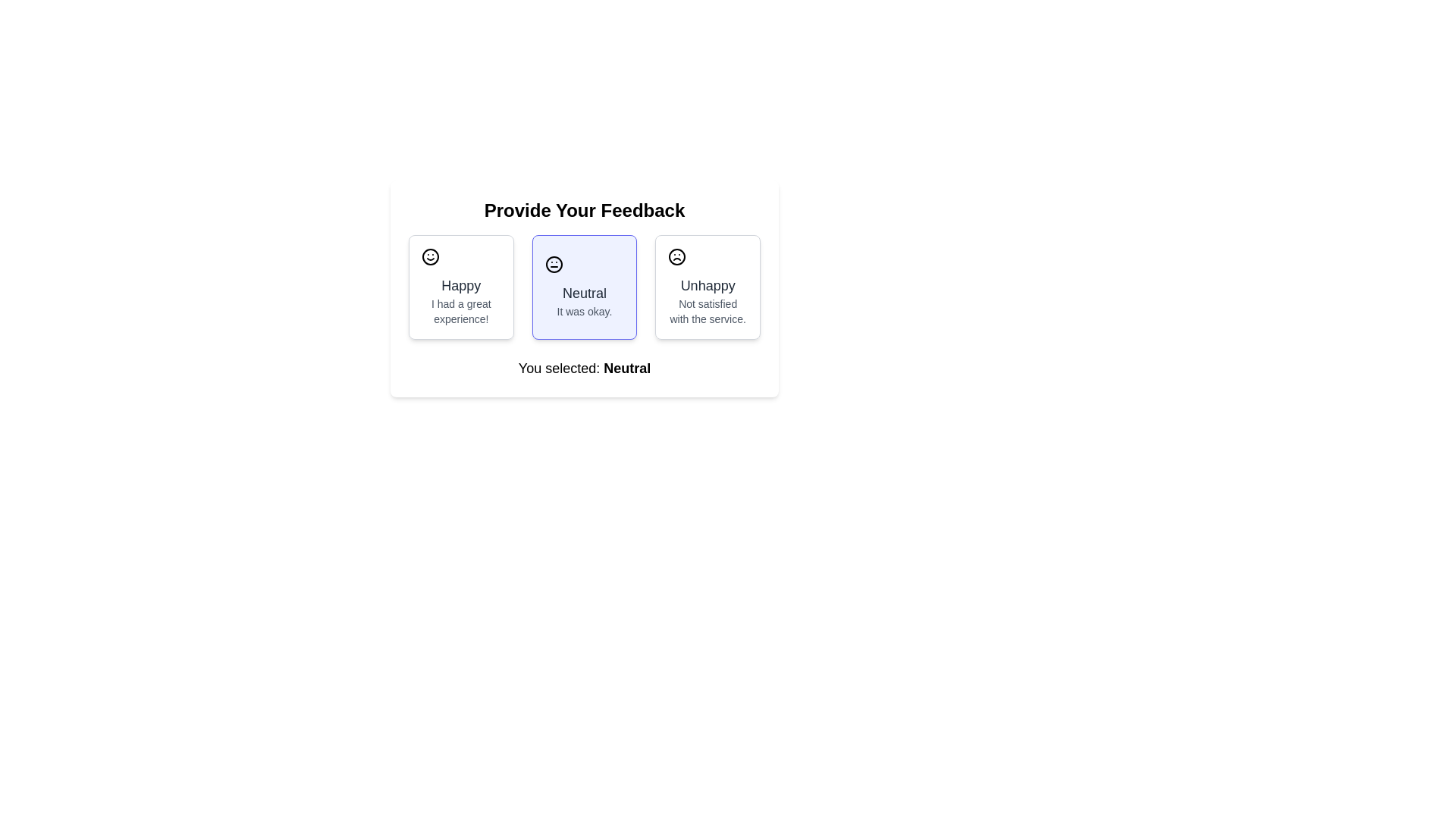 This screenshot has width=1456, height=819. I want to click on the 'Unhappy' button-like selectable feedback option, so click(707, 287).